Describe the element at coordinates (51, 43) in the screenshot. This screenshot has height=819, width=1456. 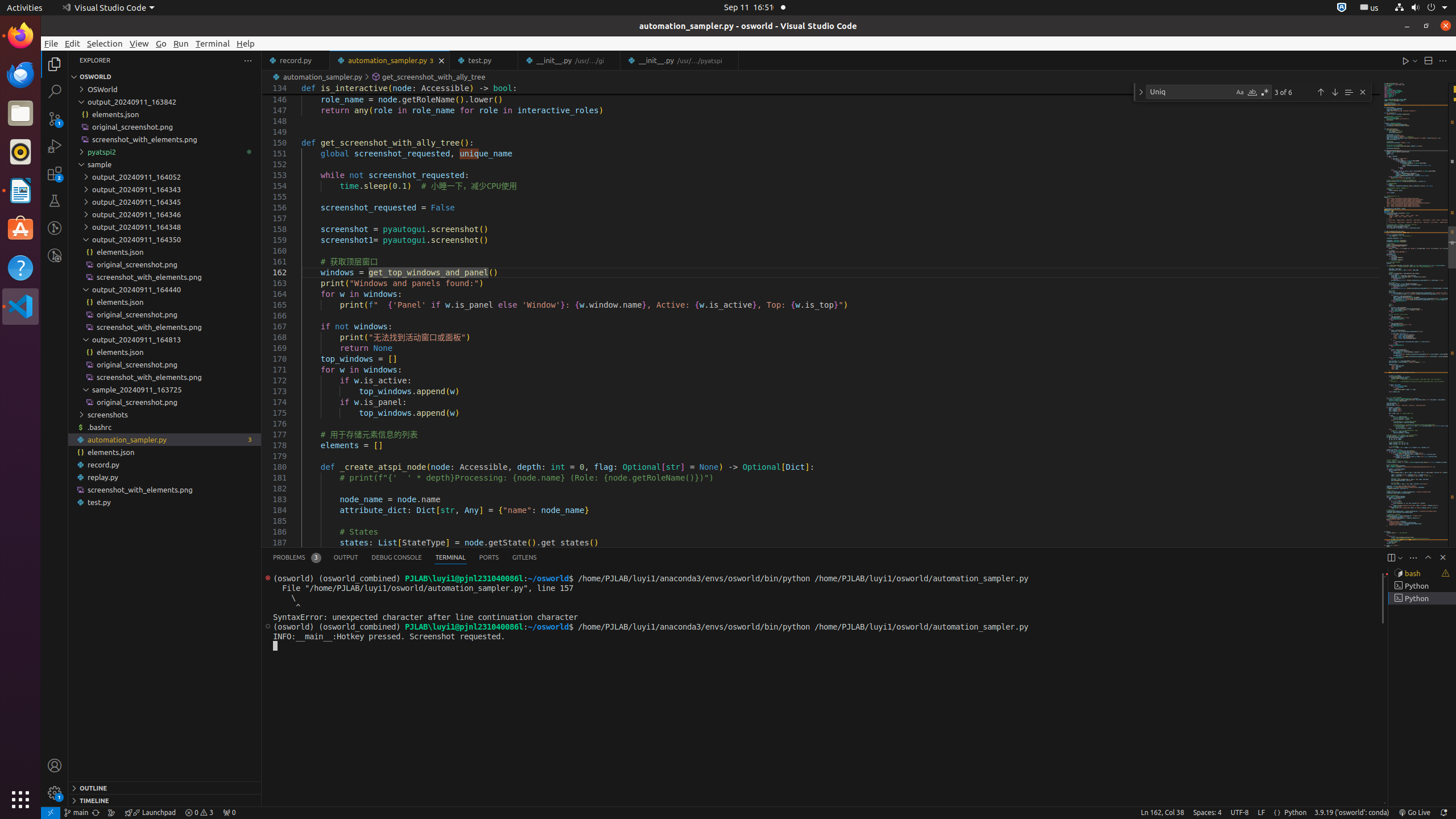
I see `'File'` at that location.